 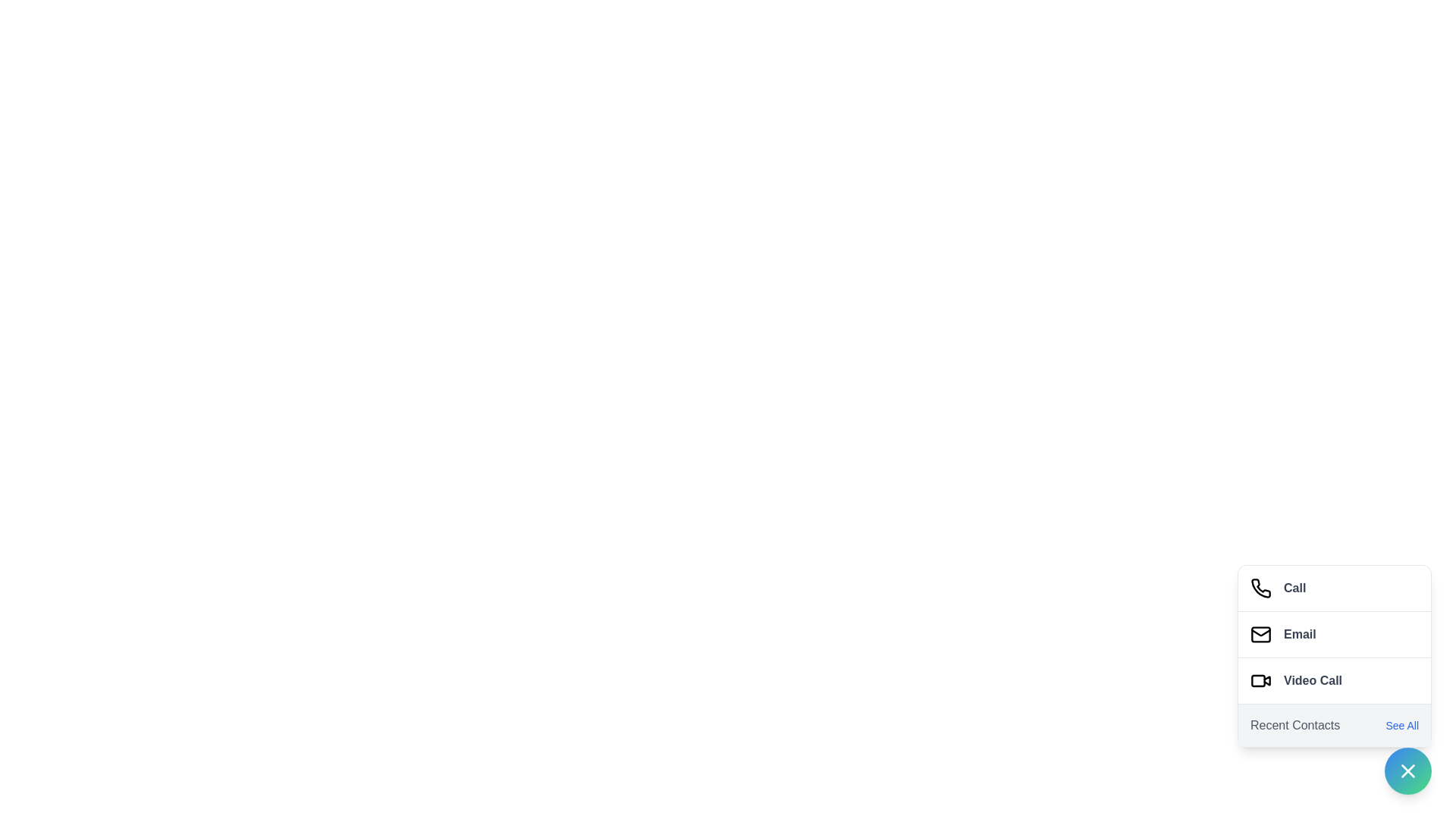 What do you see at coordinates (1335, 588) in the screenshot?
I see `the 'Call' button to initiate a phone call` at bounding box center [1335, 588].